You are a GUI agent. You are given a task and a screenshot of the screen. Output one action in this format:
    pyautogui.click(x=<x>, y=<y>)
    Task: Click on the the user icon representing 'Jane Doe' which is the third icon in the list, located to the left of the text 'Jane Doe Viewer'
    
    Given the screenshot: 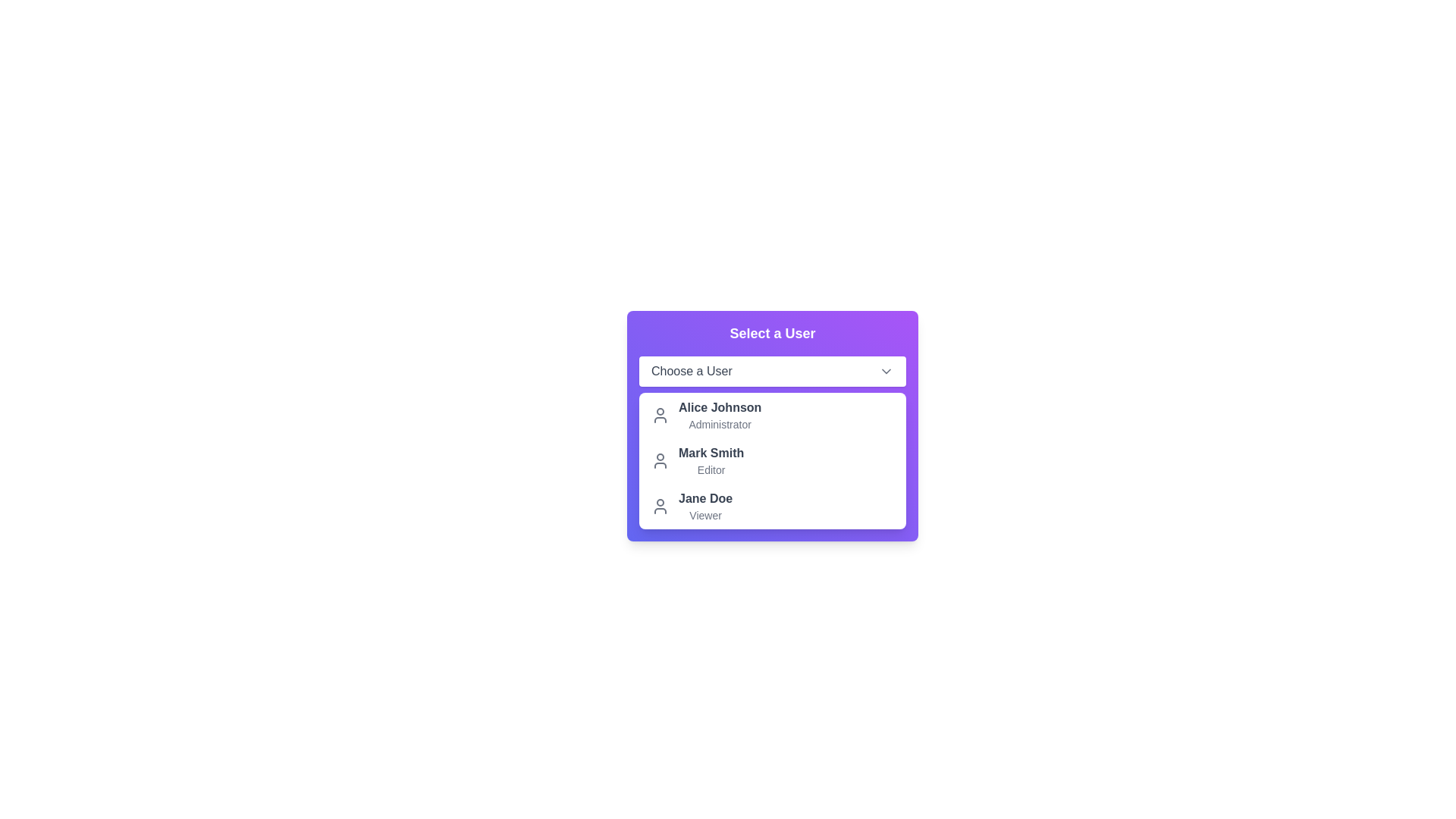 What is the action you would take?
    pyautogui.click(x=660, y=506)
    